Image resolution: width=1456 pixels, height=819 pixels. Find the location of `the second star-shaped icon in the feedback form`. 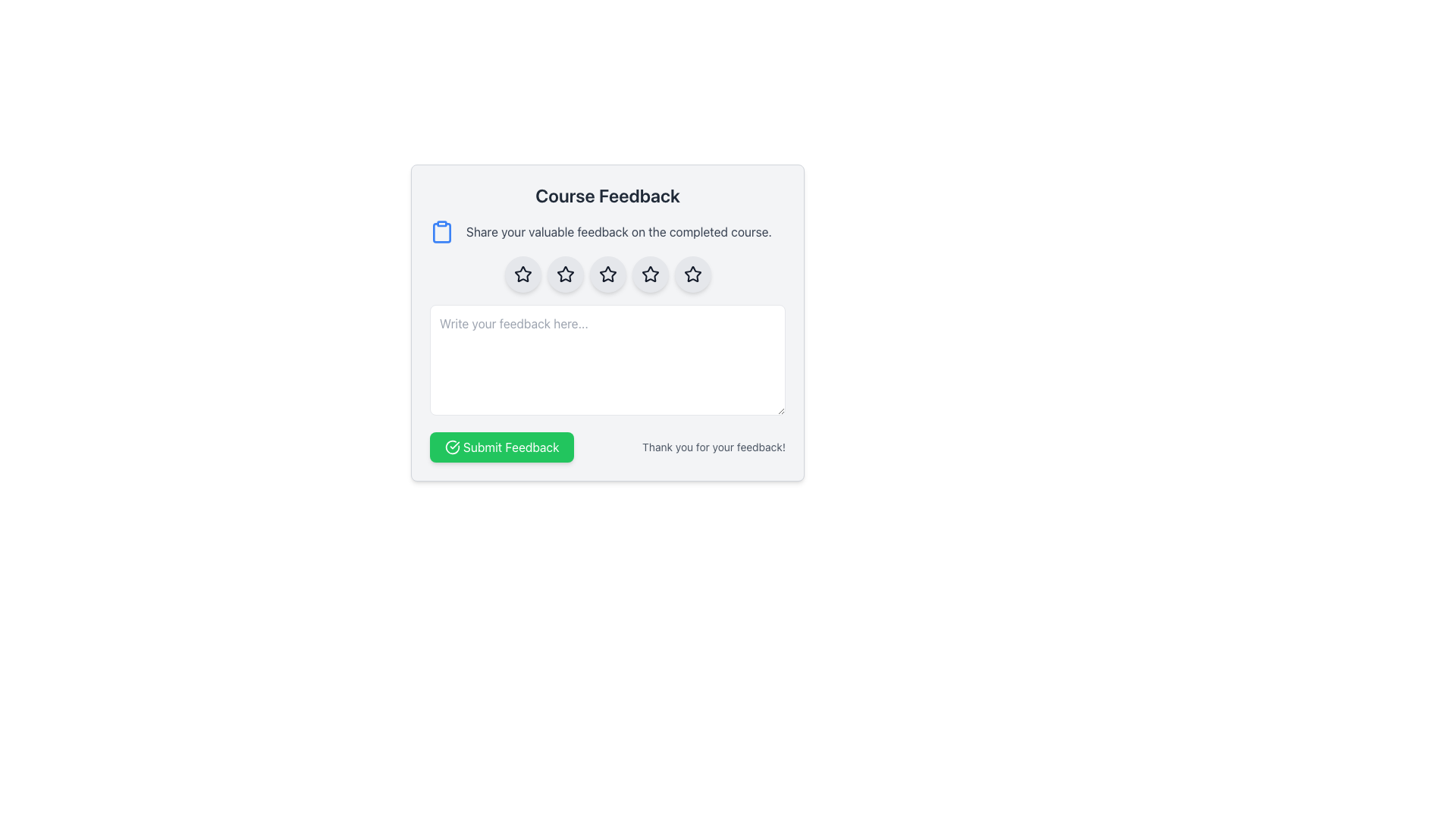

the second star-shaped icon in the feedback form is located at coordinates (564, 274).